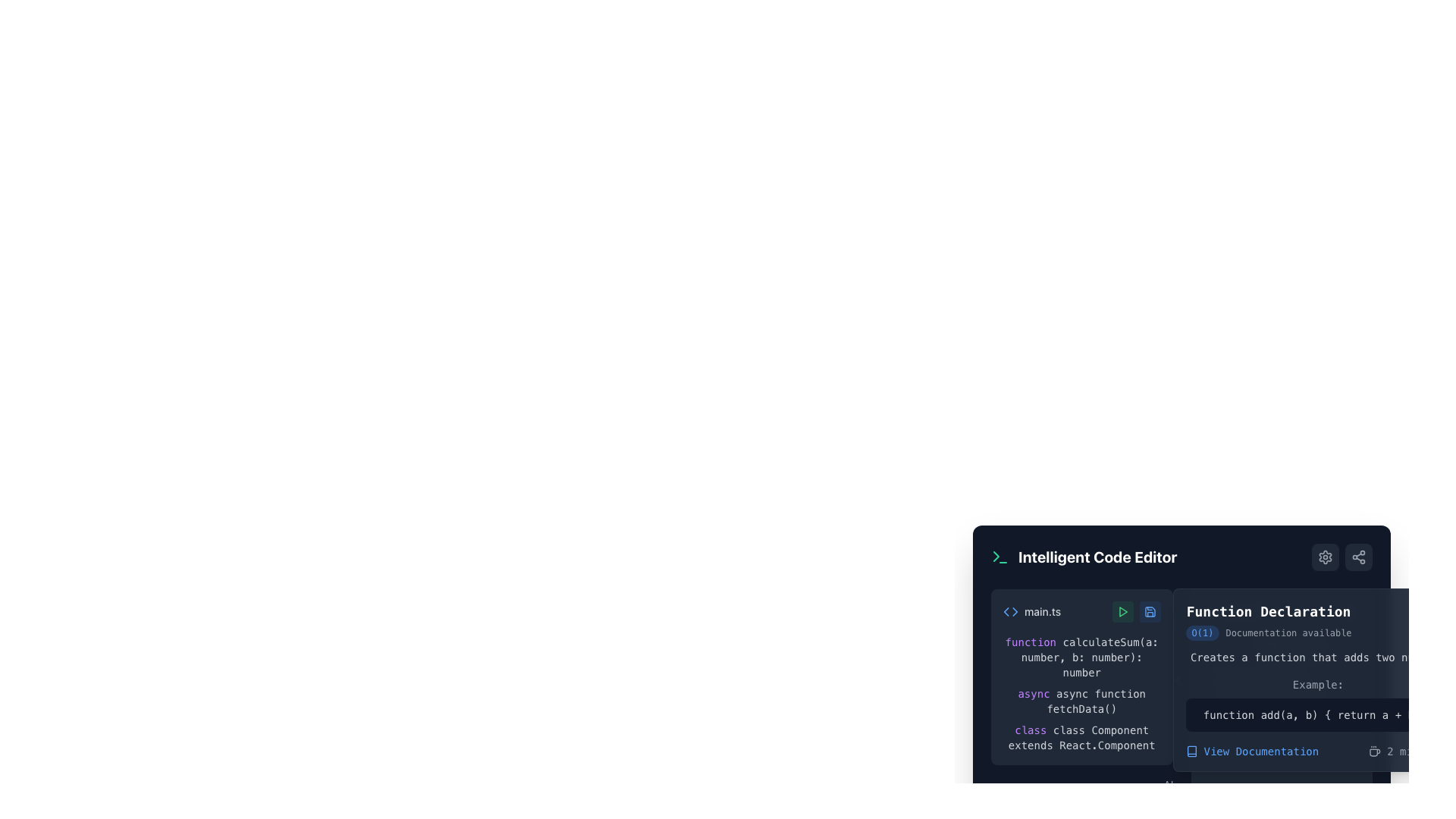 Image resolution: width=1456 pixels, height=819 pixels. What do you see at coordinates (1031, 642) in the screenshot?
I see `the textual keyword 'function' located at the beginning of the function declaration for 'calculateSum'` at bounding box center [1031, 642].